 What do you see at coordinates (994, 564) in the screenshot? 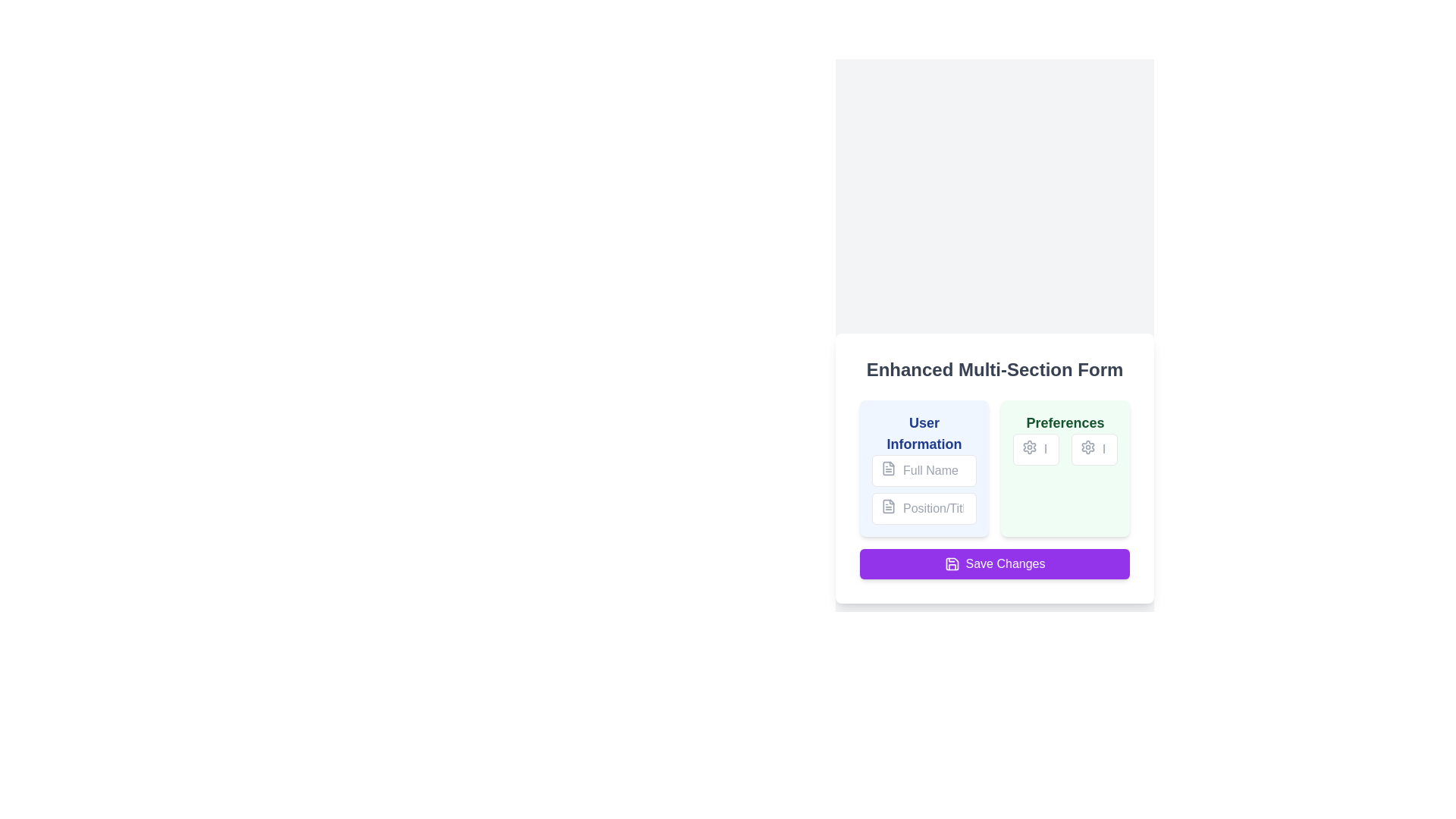
I see `the purple 'Save Changes' button with white text and a save icon located at the bottom of the user form grid` at bounding box center [994, 564].